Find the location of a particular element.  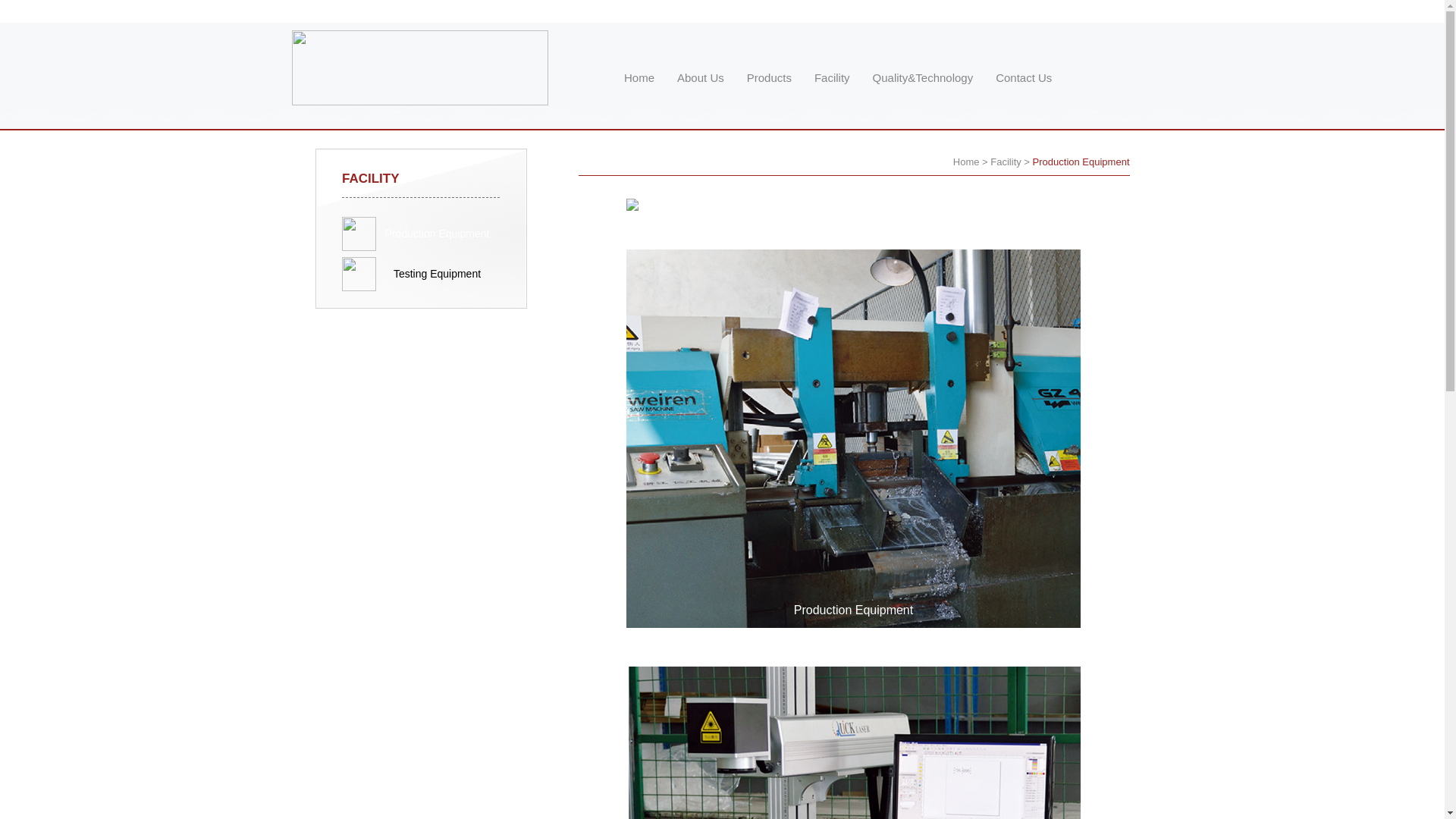

'Quality&Technology' is located at coordinates (922, 77).